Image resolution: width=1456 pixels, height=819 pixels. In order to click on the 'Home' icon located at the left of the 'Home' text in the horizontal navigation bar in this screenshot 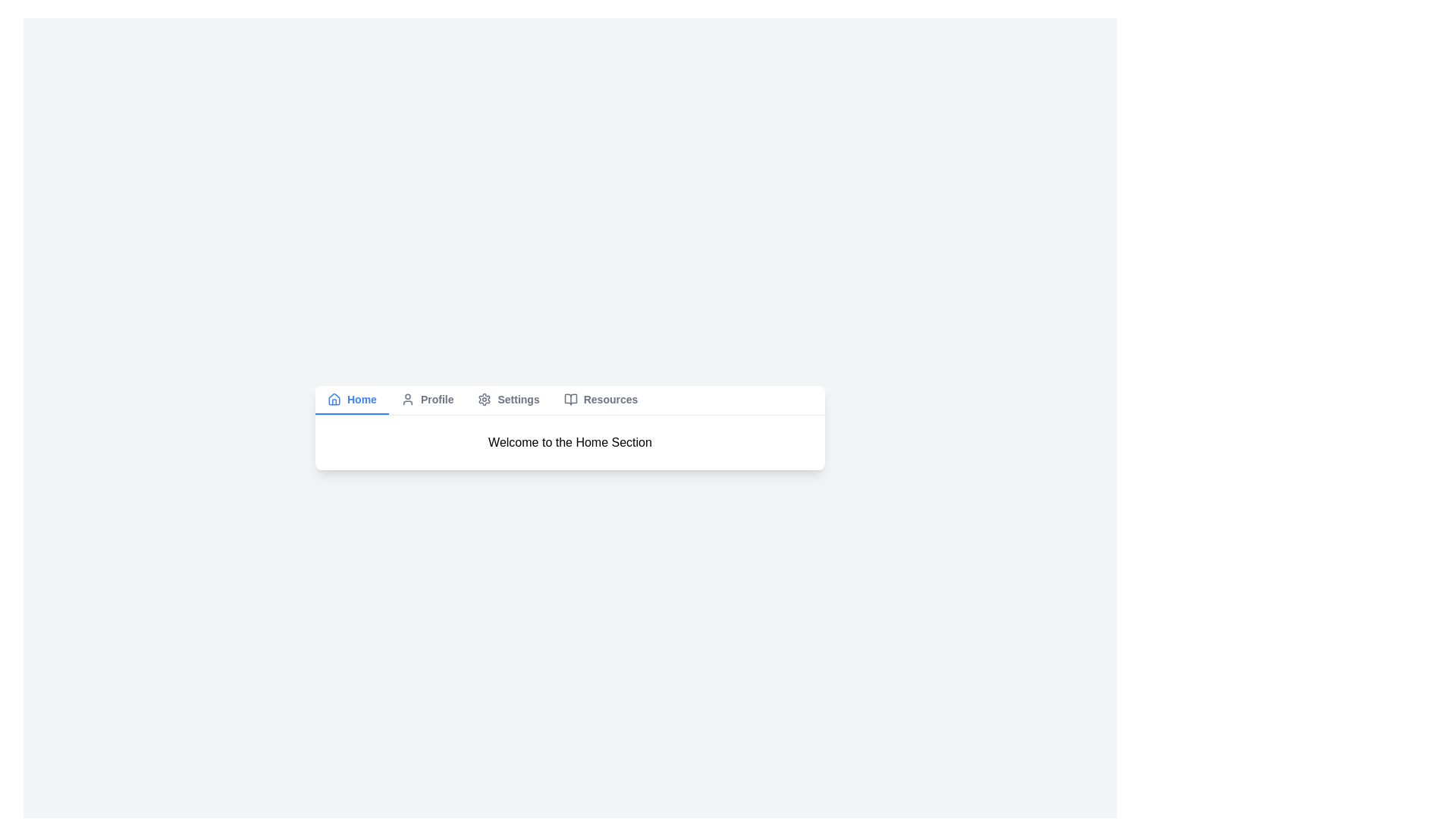, I will do `click(334, 398)`.